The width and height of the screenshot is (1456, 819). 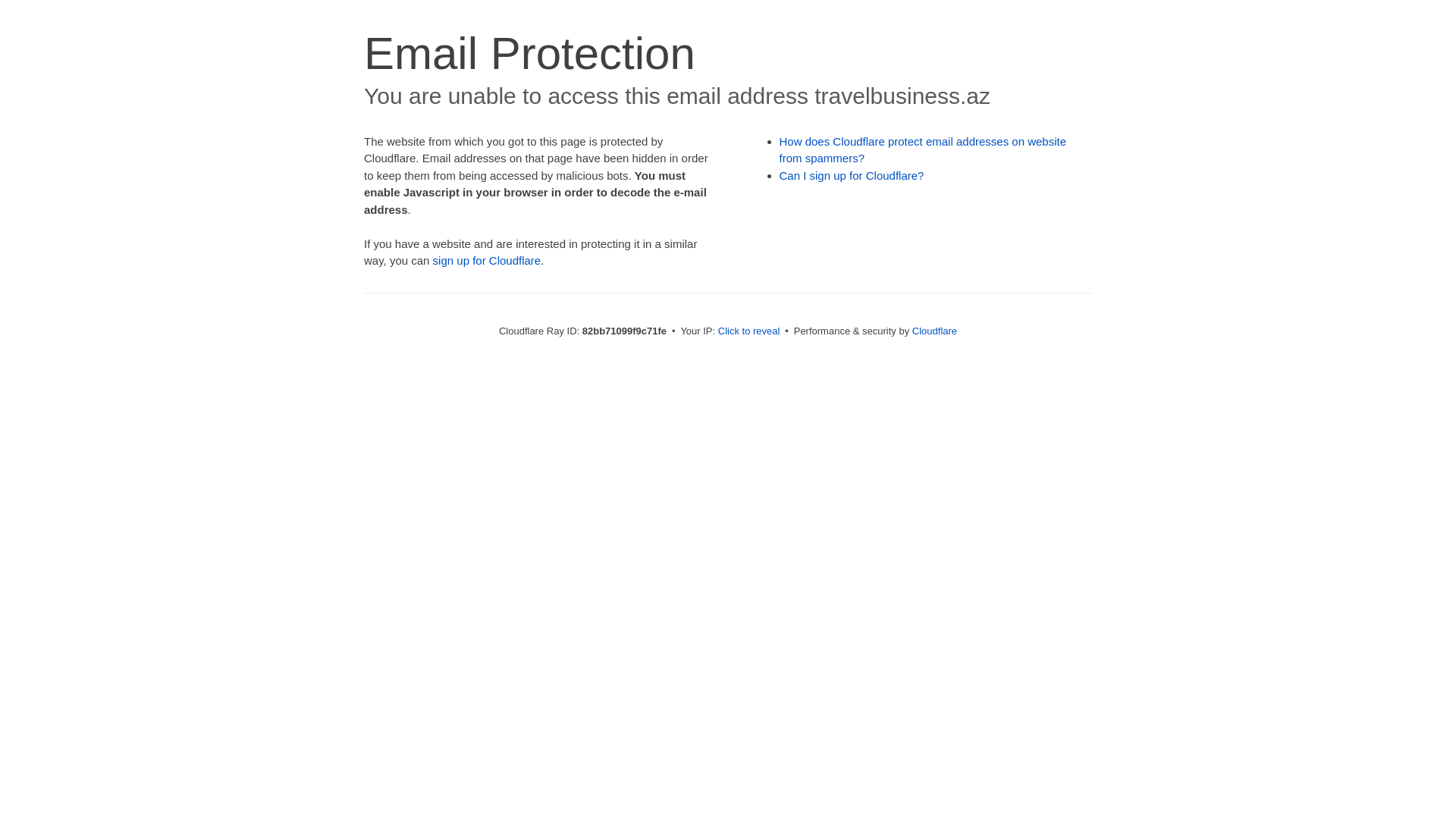 What do you see at coordinates (852, 174) in the screenshot?
I see `'Can I sign up for Cloudflare?'` at bounding box center [852, 174].